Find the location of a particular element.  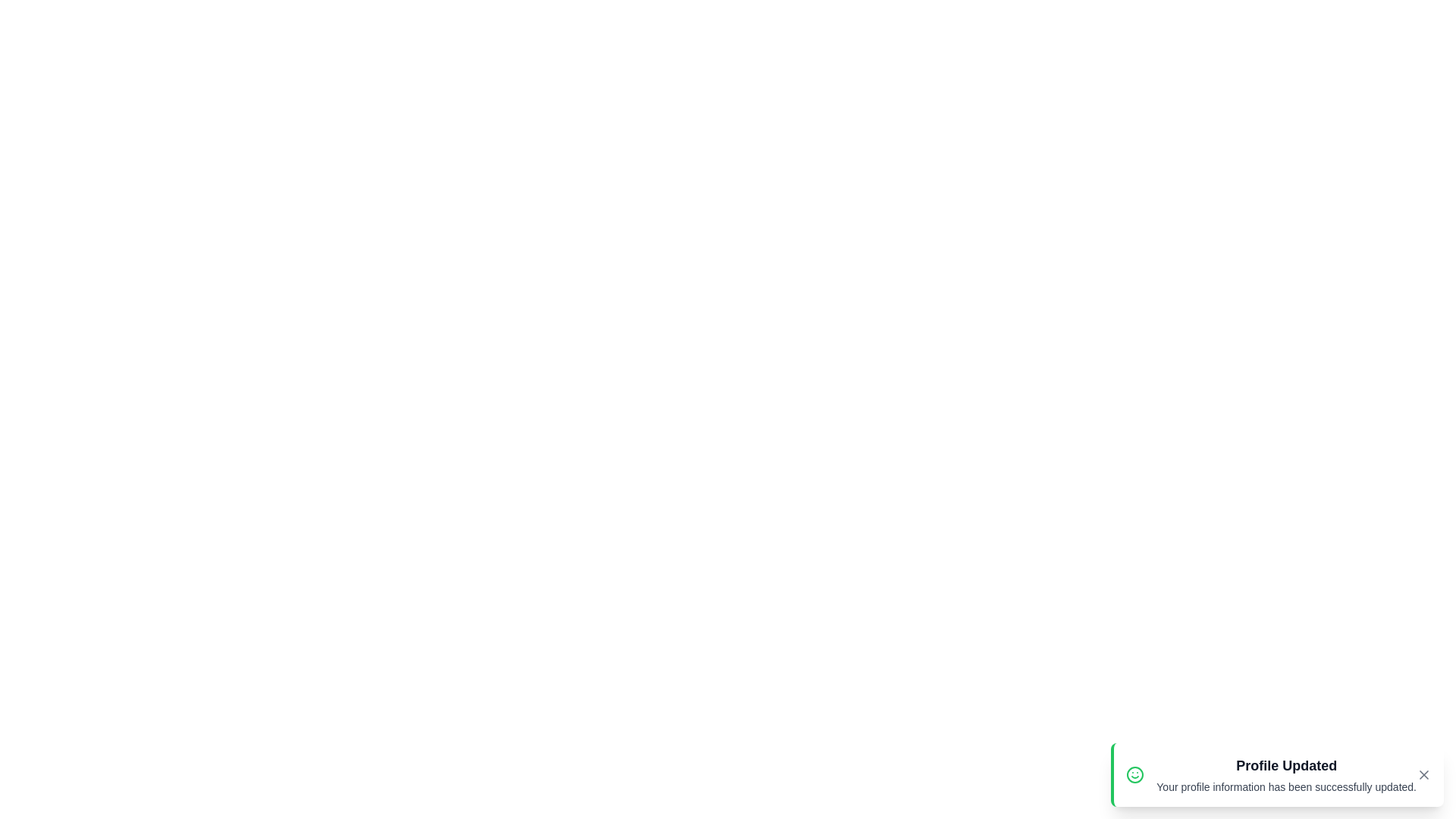

the close icon to dismiss the notification is located at coordinates (1423, 775).